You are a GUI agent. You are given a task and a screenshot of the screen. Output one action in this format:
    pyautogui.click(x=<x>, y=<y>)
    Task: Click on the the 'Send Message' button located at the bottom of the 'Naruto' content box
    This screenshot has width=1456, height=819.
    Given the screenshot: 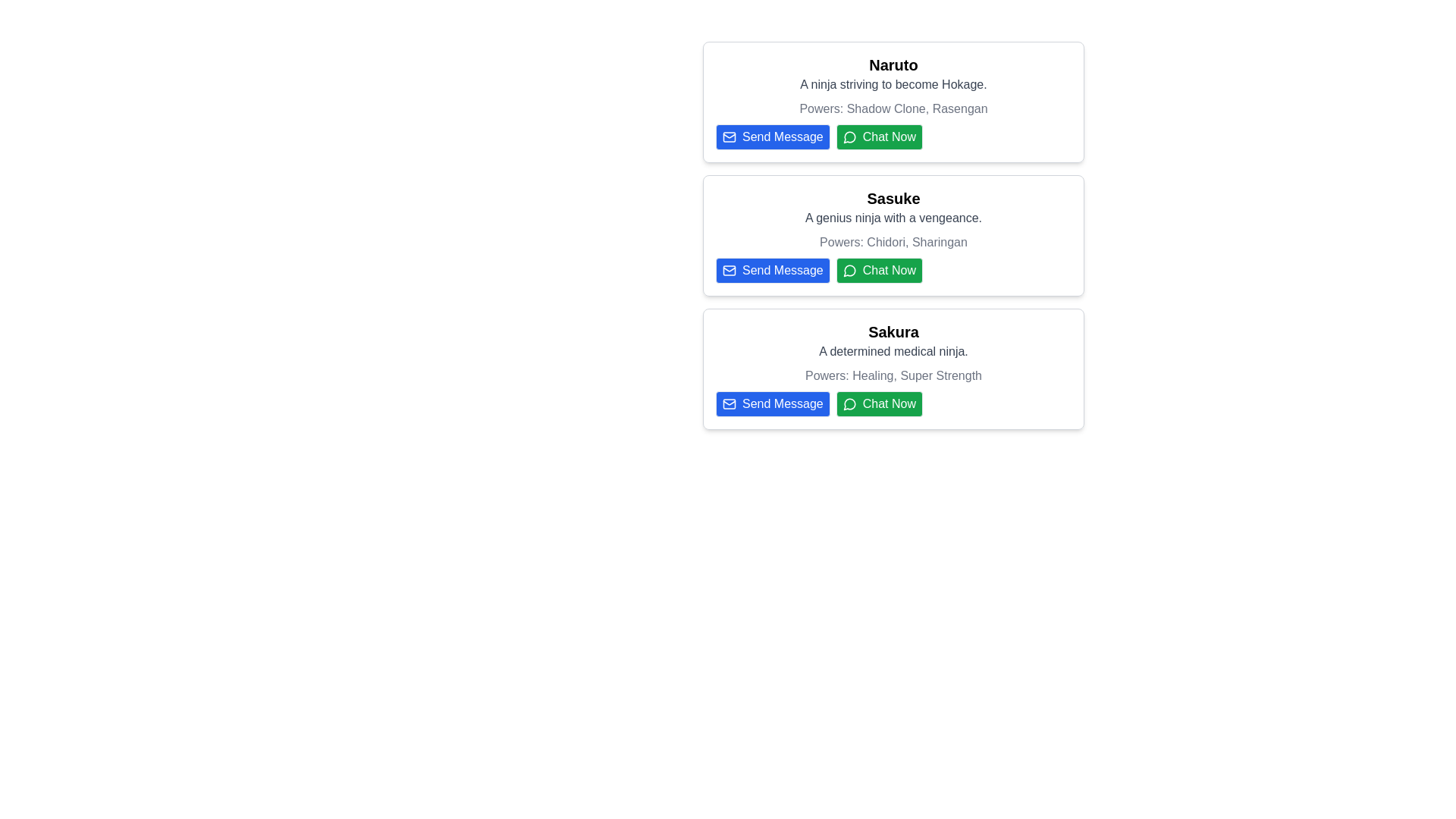 What is the action you would take?
    pyautogui.click(x=772, y=137)
    